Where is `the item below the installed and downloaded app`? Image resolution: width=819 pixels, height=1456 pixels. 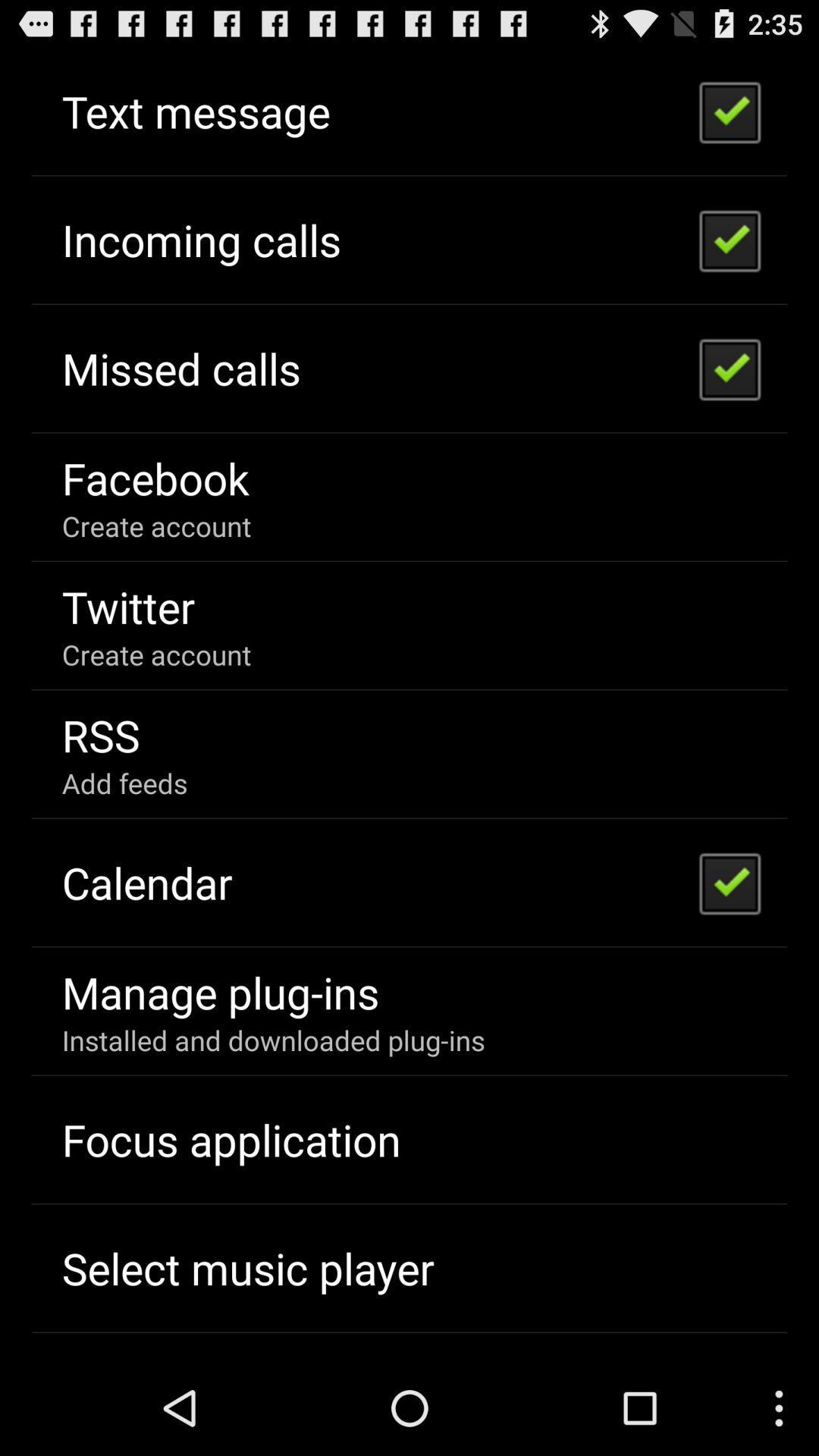
the item below the installed and downloaded app is located at coordinates (231, 1139).